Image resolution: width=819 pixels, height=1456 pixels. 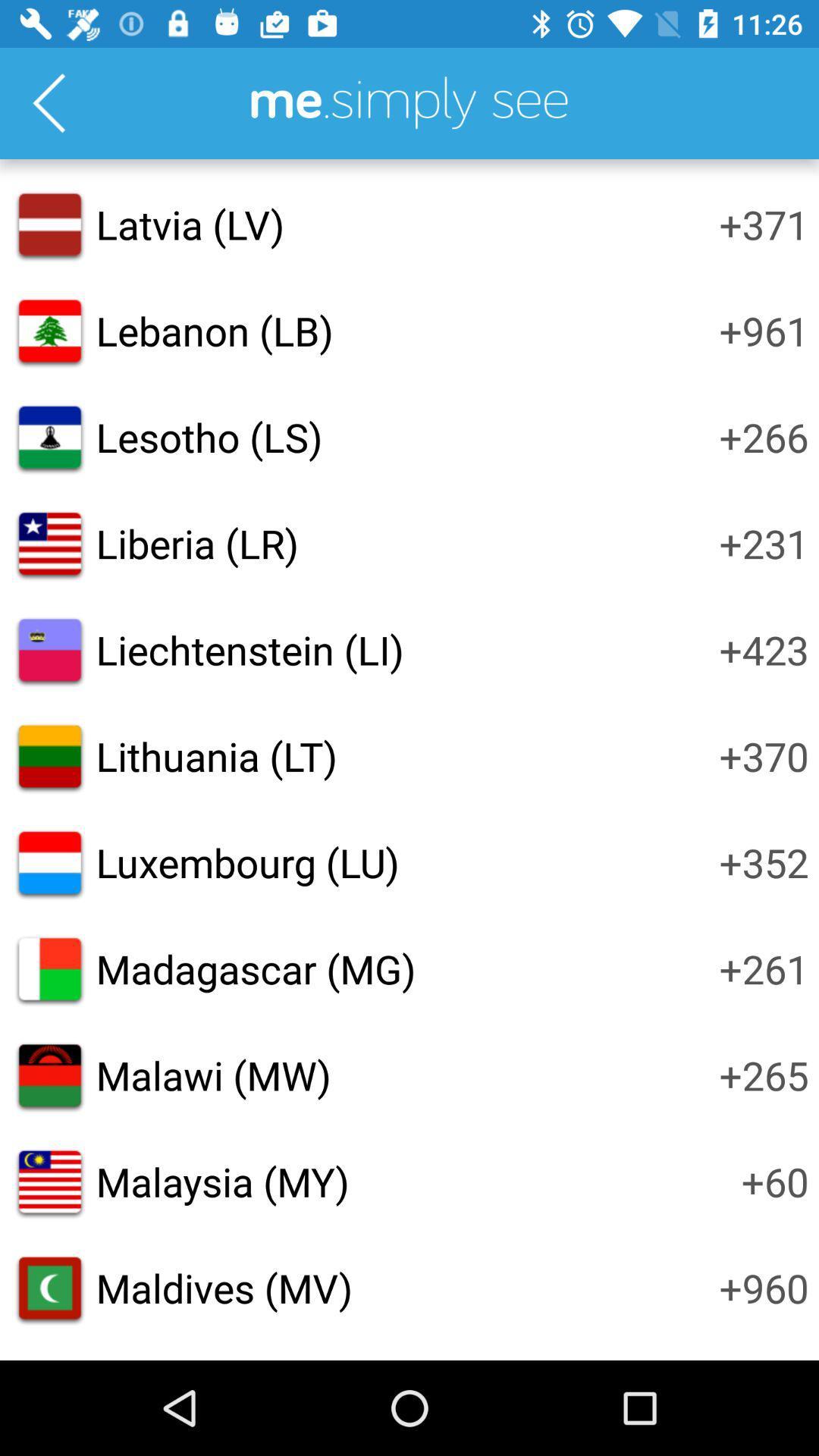 What do you see at coordinates (216, 756) in the screenshot?
I see `icon to the left of +370` at bounding box center [216, 756].